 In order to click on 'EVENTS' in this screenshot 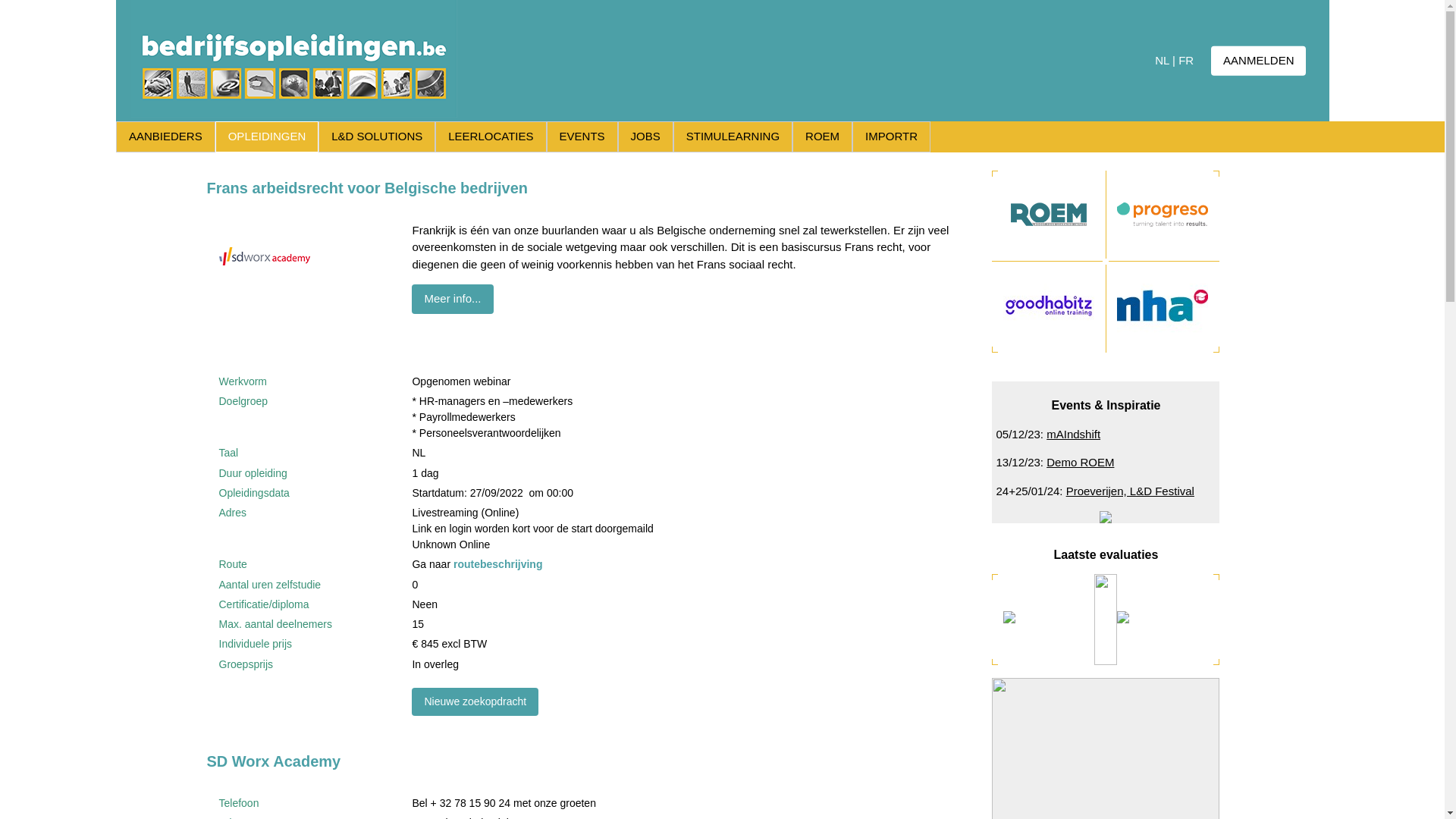, I will do `click(581, 136)`.